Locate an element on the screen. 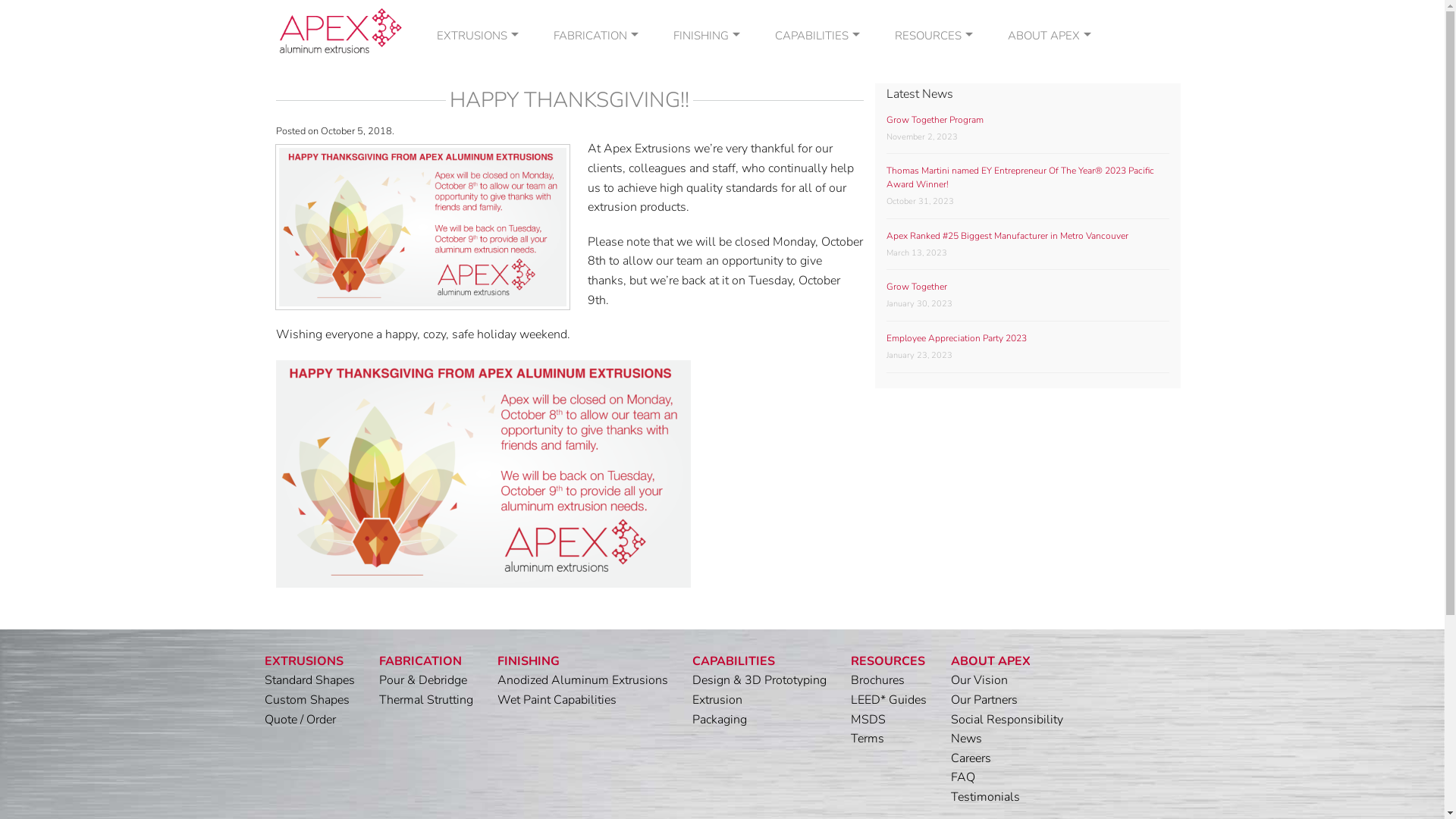  'Testimonials' is located at coordinates (985, 795).